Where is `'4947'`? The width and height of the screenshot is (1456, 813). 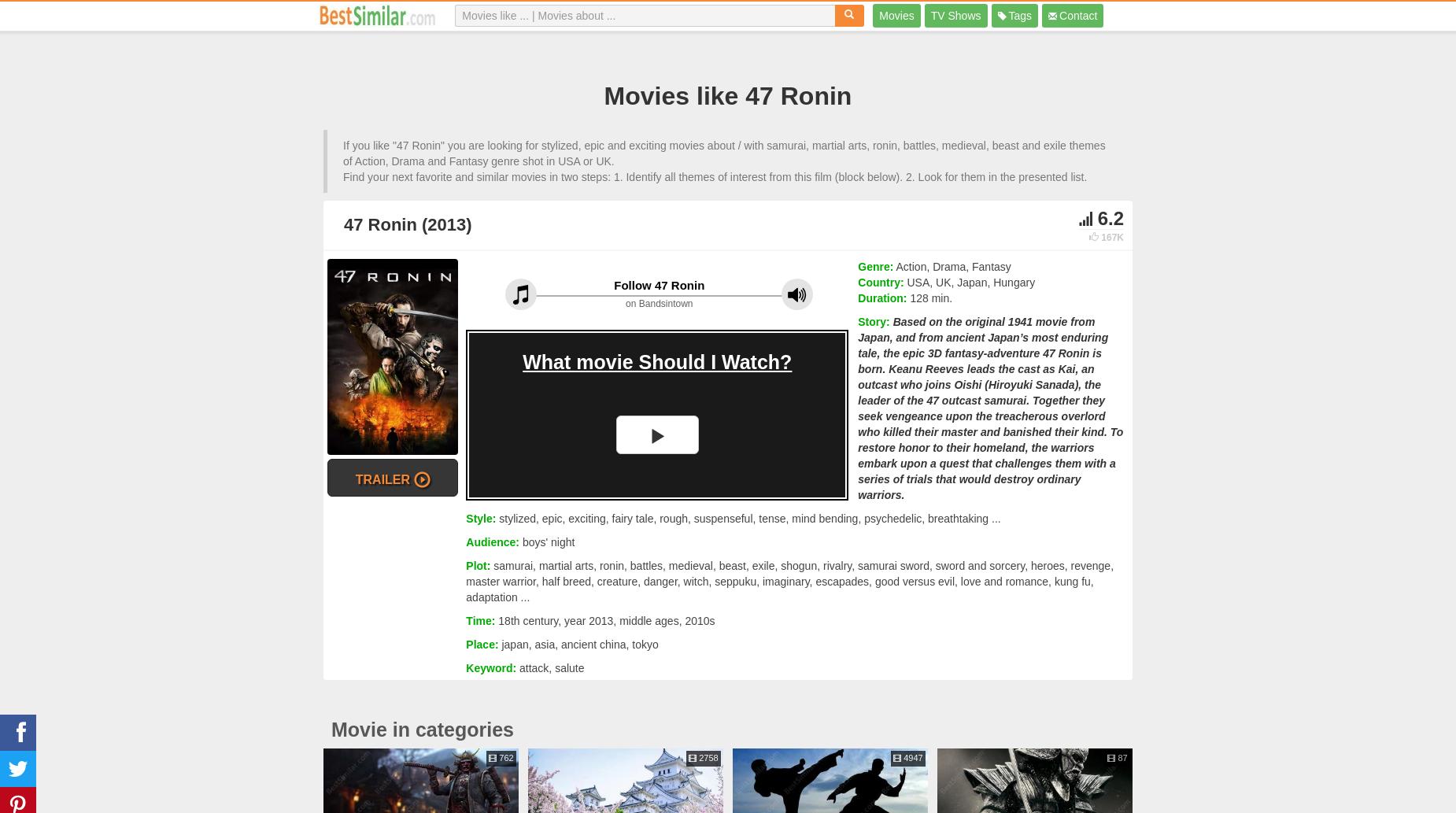
'4947' is located at coordinates (911, 756).